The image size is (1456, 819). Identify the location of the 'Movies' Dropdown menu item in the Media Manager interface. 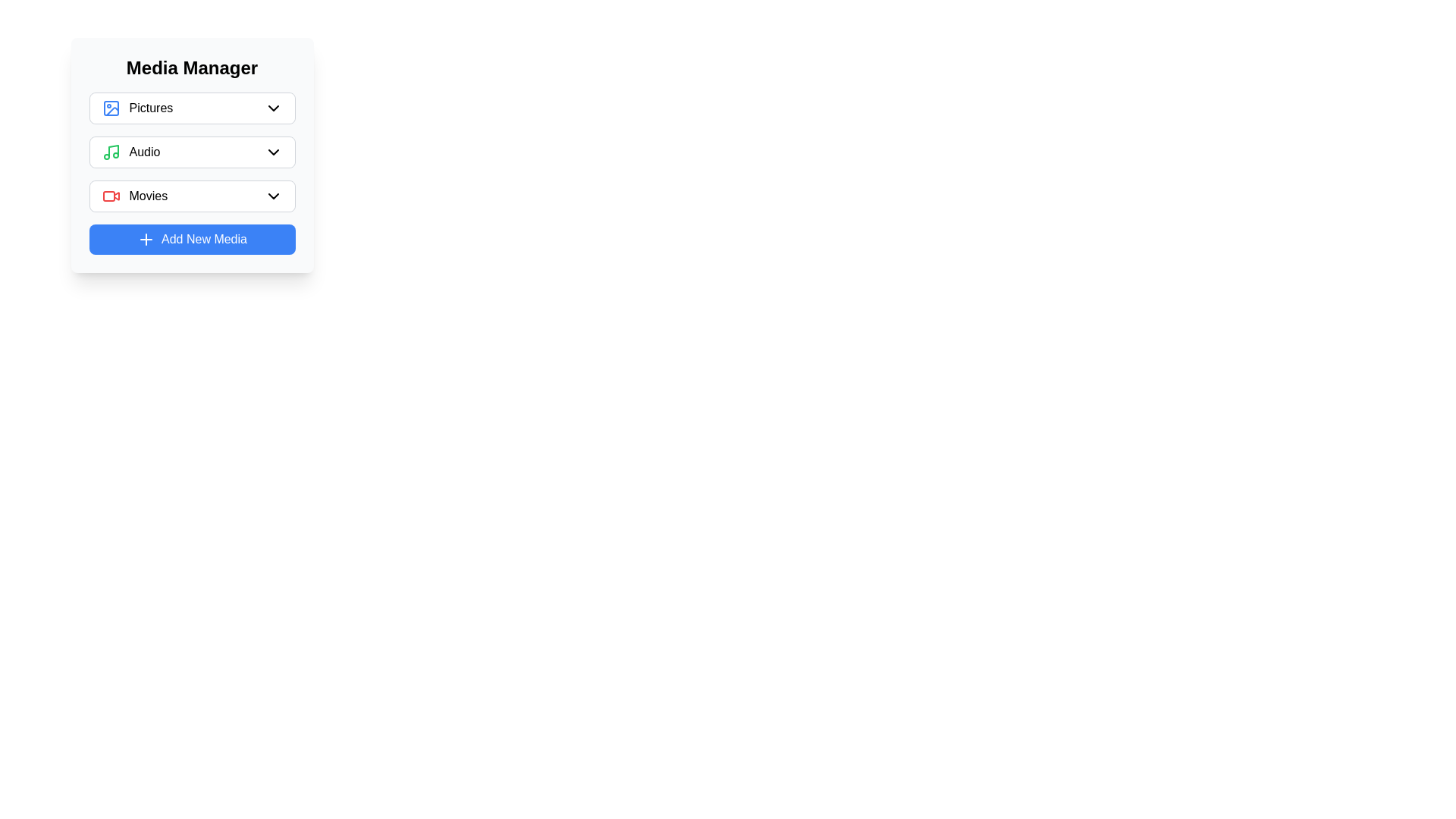
(191, 195).